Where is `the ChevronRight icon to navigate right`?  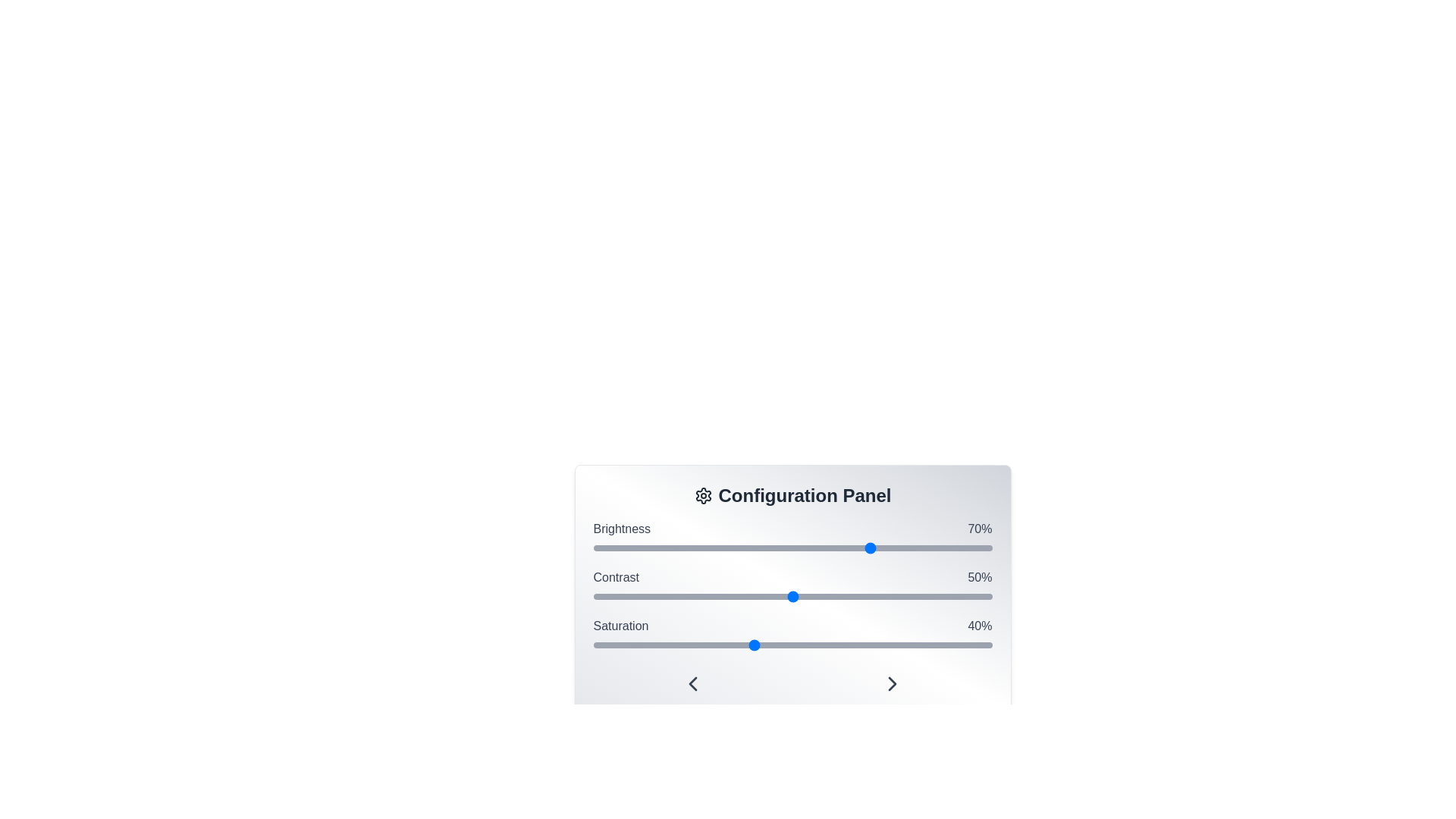 the ChevronRight icon to navigate right is located at coordinates (892, 684).